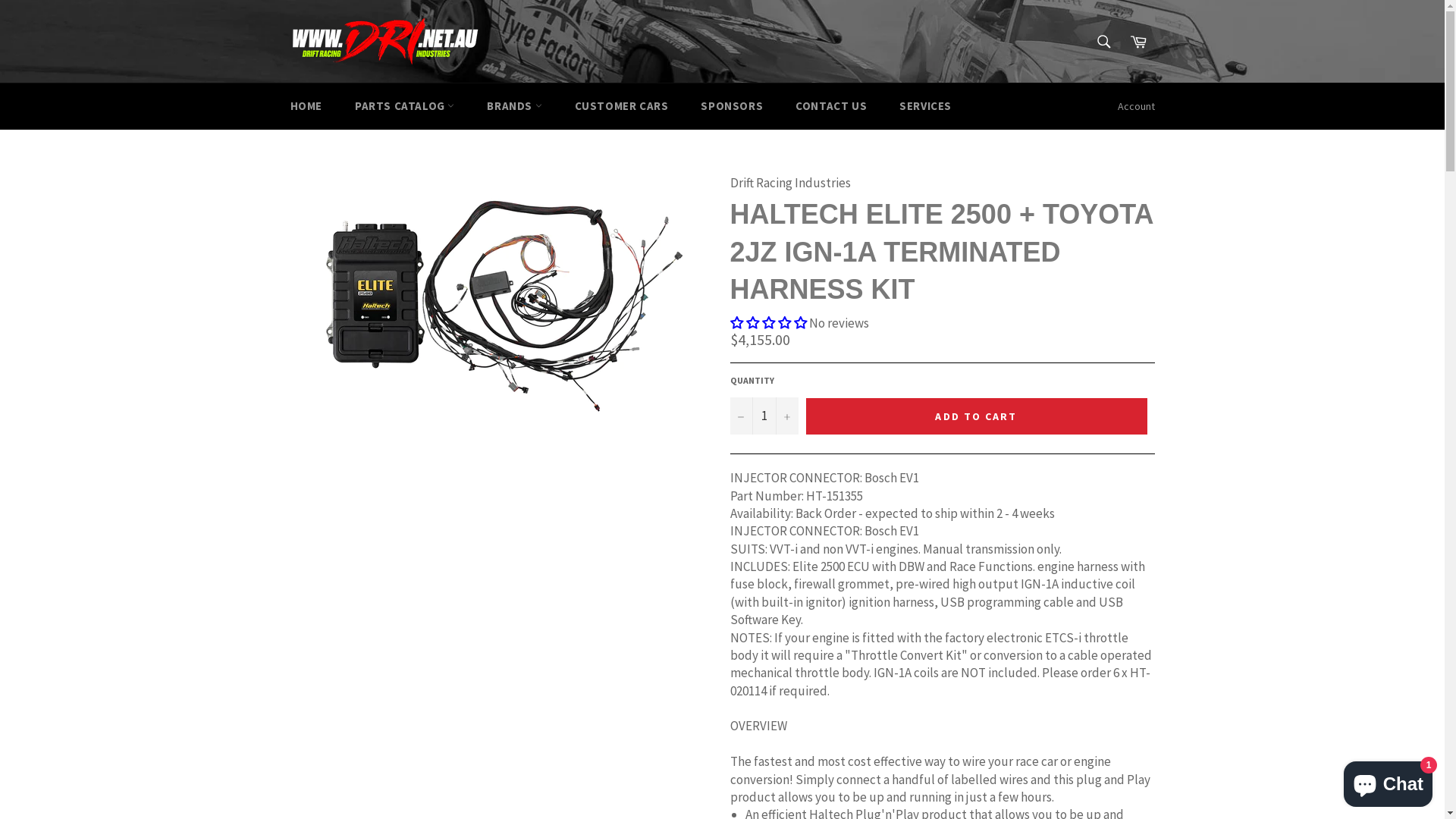  I want to click on 'Search', so click(1103, 40).